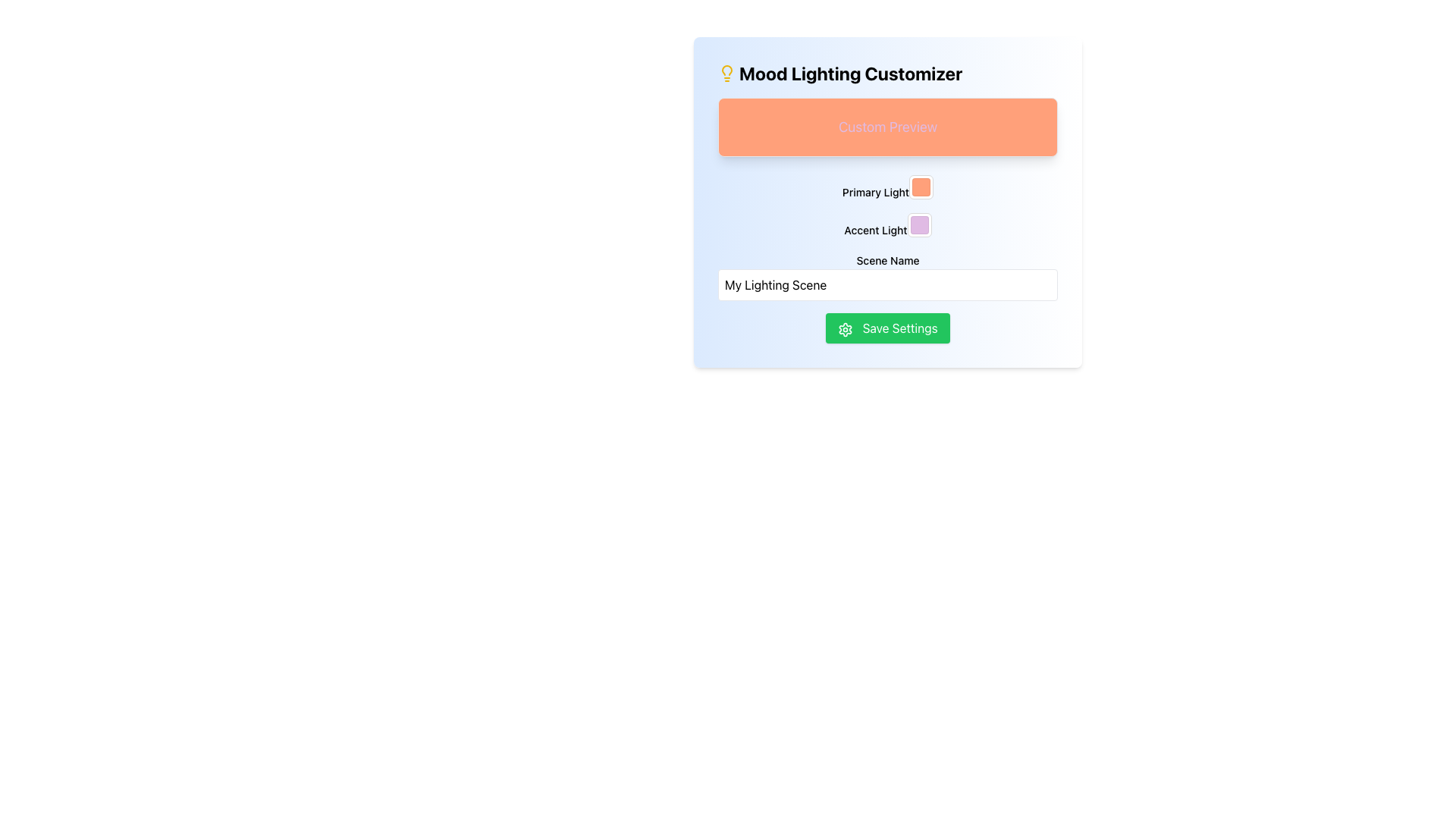  I want to click on label associated with the purple color block in the 'Mood Lighting Customizer' interface, which is the second row option under the 'Primary Light' section, so click(888, 225).